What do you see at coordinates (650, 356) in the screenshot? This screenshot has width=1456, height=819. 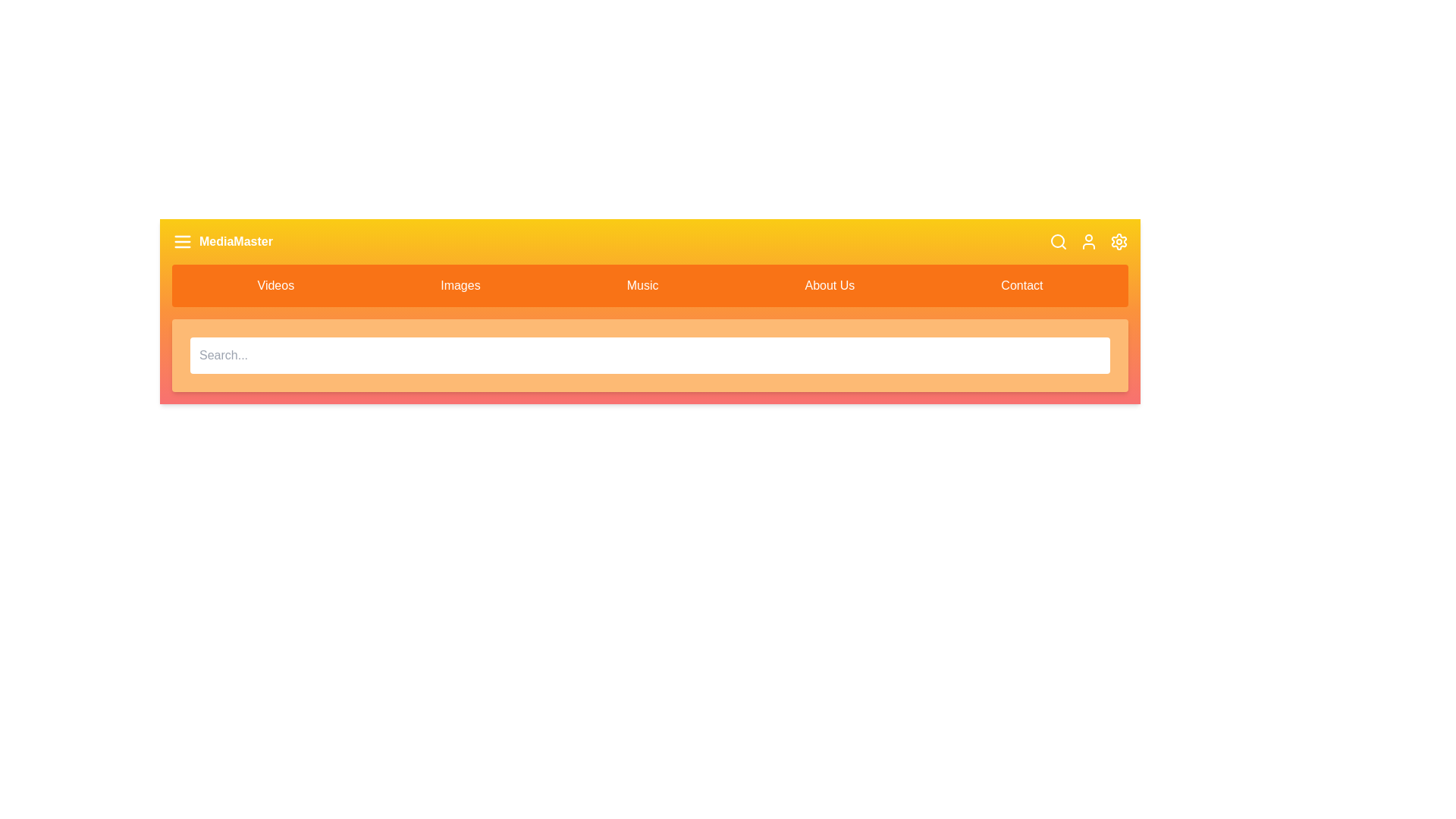 I see `the search input field and type the text 'example'` at bounding box center [650, 356].